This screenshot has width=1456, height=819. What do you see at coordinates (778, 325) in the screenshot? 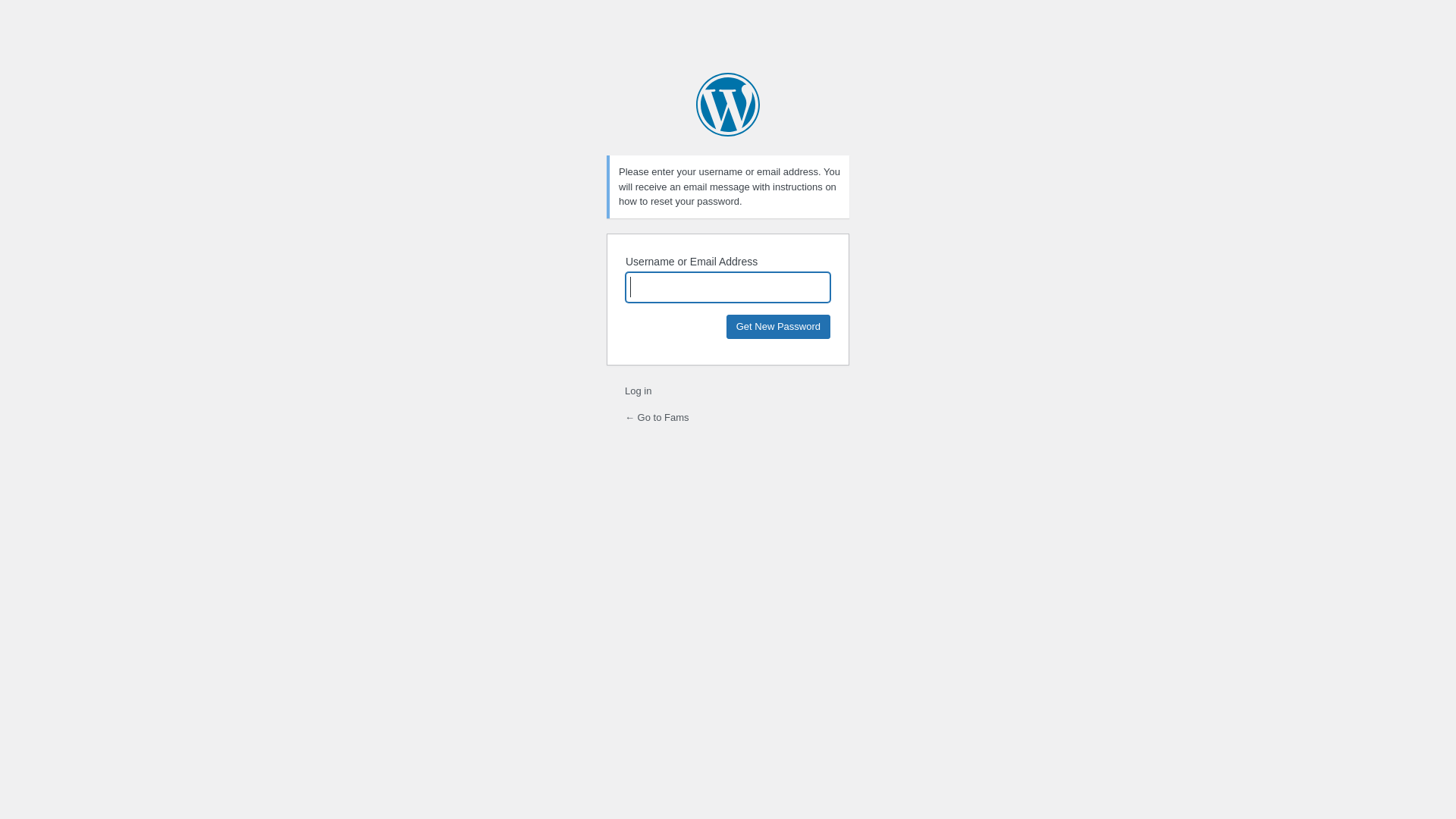
I see `'Get New Password'` at bounding box center [778, 325].